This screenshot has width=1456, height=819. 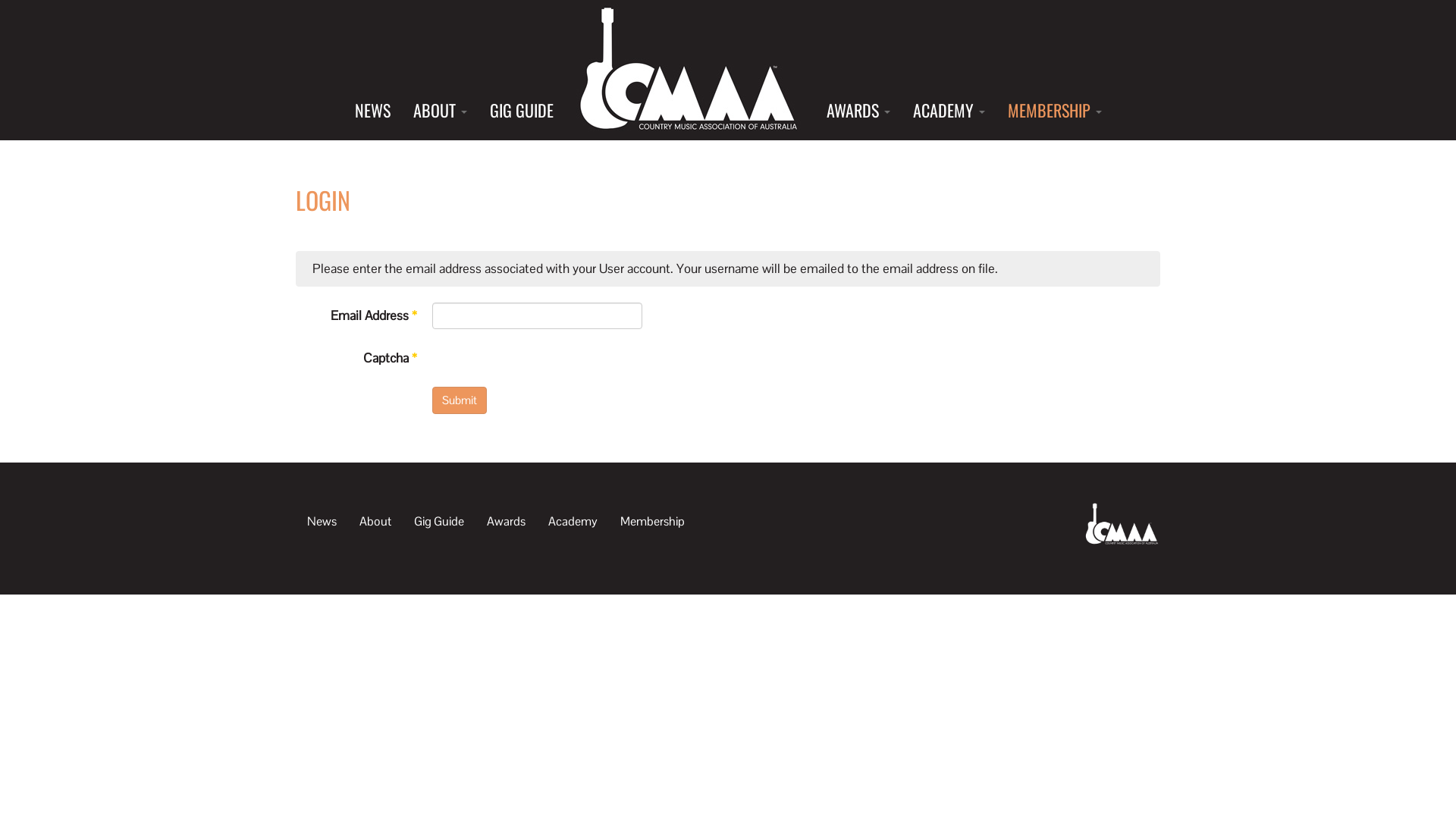 I want to click on 'AWARDS', so click(x=858, y=109).